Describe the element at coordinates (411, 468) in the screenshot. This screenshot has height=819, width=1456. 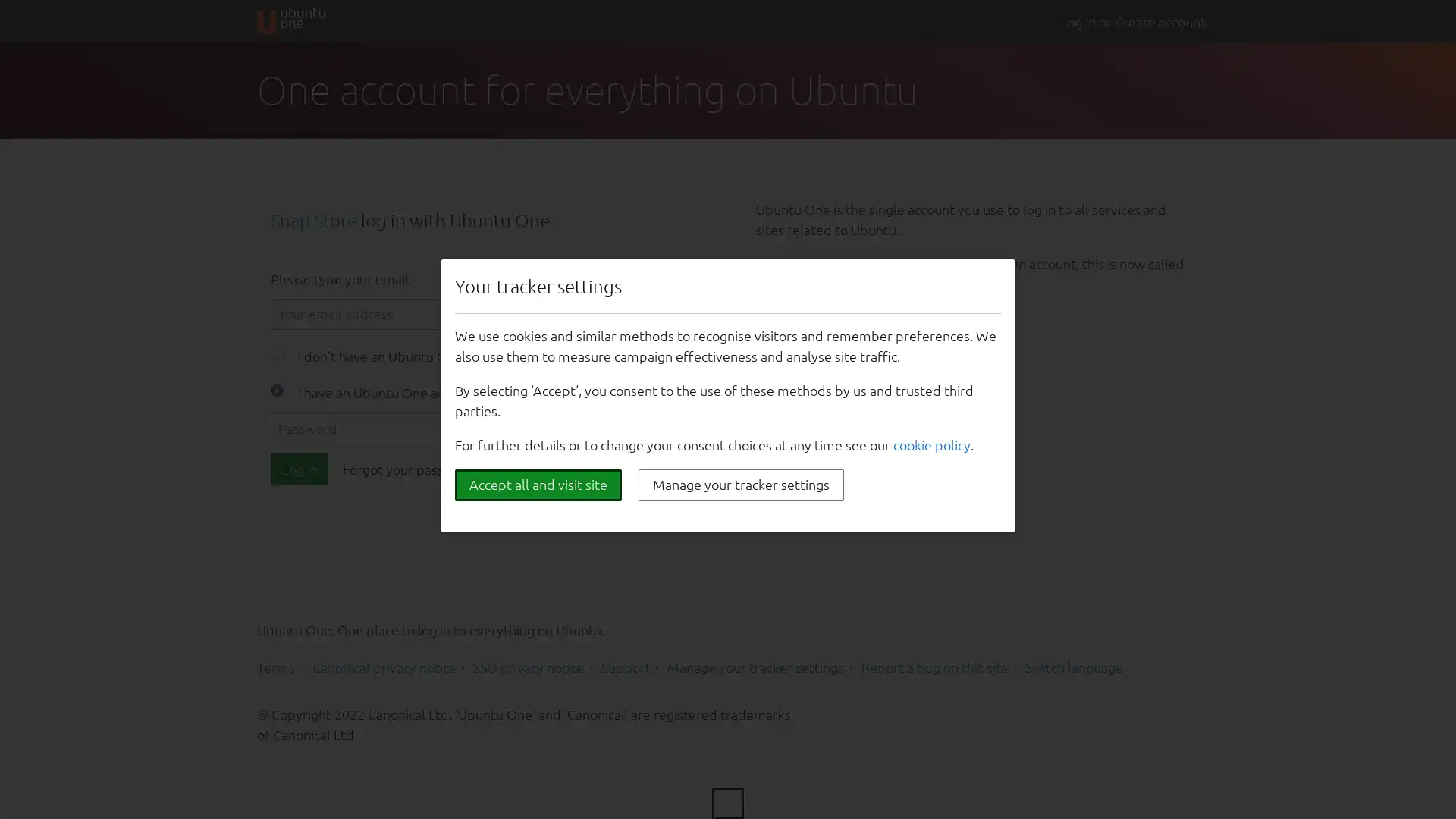
I see `Forgot your password?` at that location.